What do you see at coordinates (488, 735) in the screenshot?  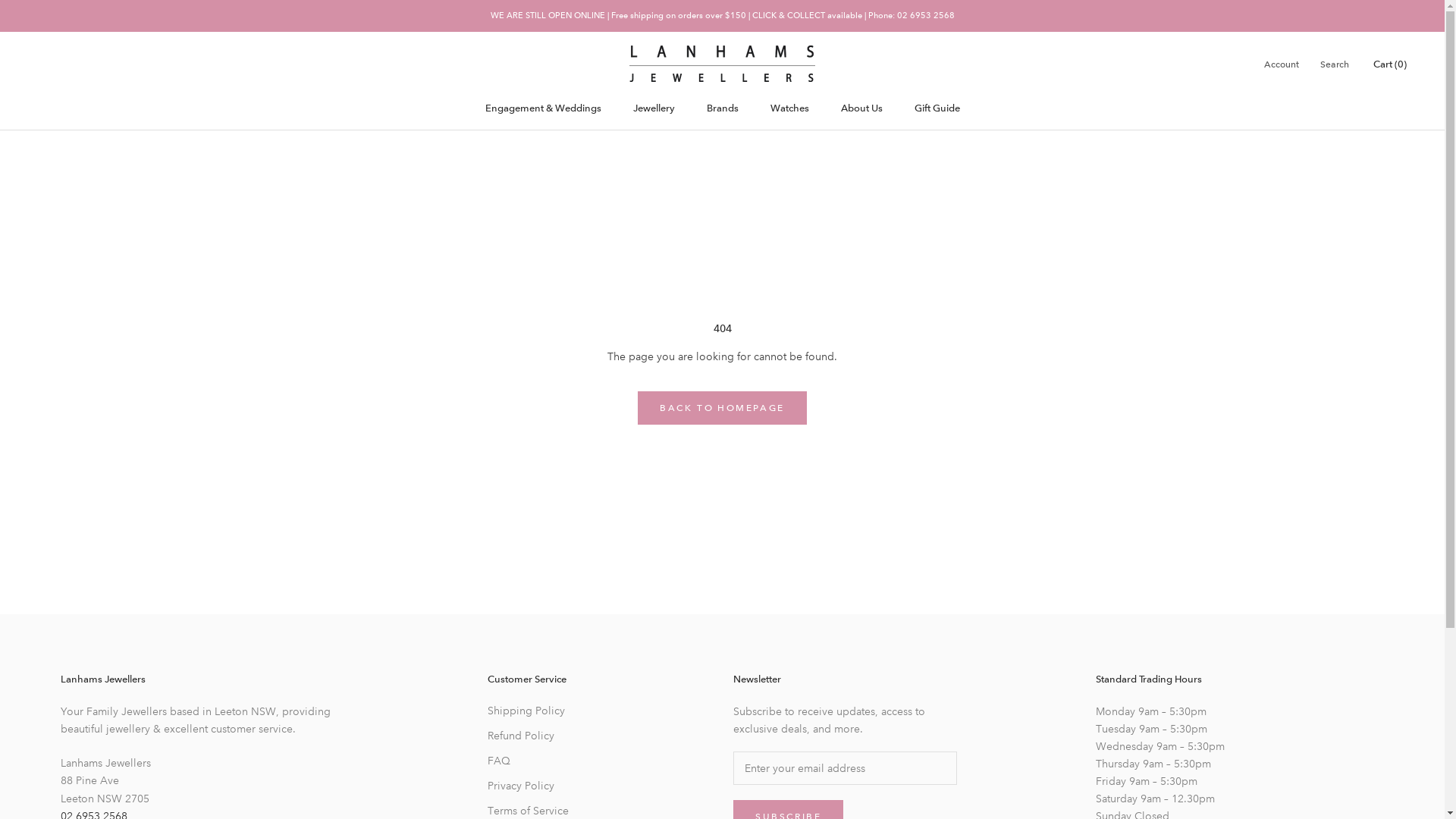 I see `'Refund Policy'` at bounding box center [488, 735].